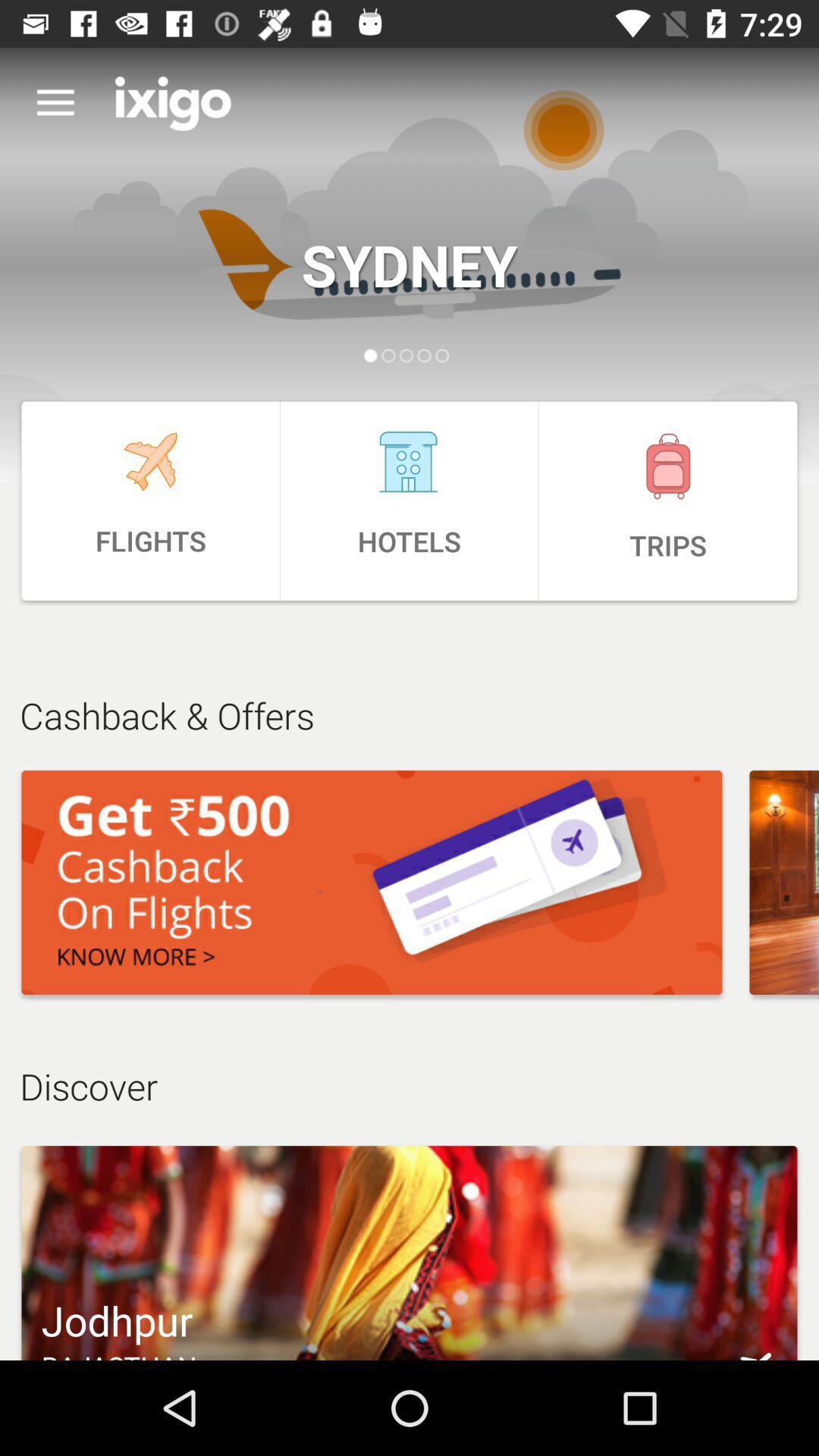 The height and width of the screenshot is (1456, 819). Describe the element at coordinates (150, 500) in the screenshot. I see `the icon above cashback & offers` at that location.